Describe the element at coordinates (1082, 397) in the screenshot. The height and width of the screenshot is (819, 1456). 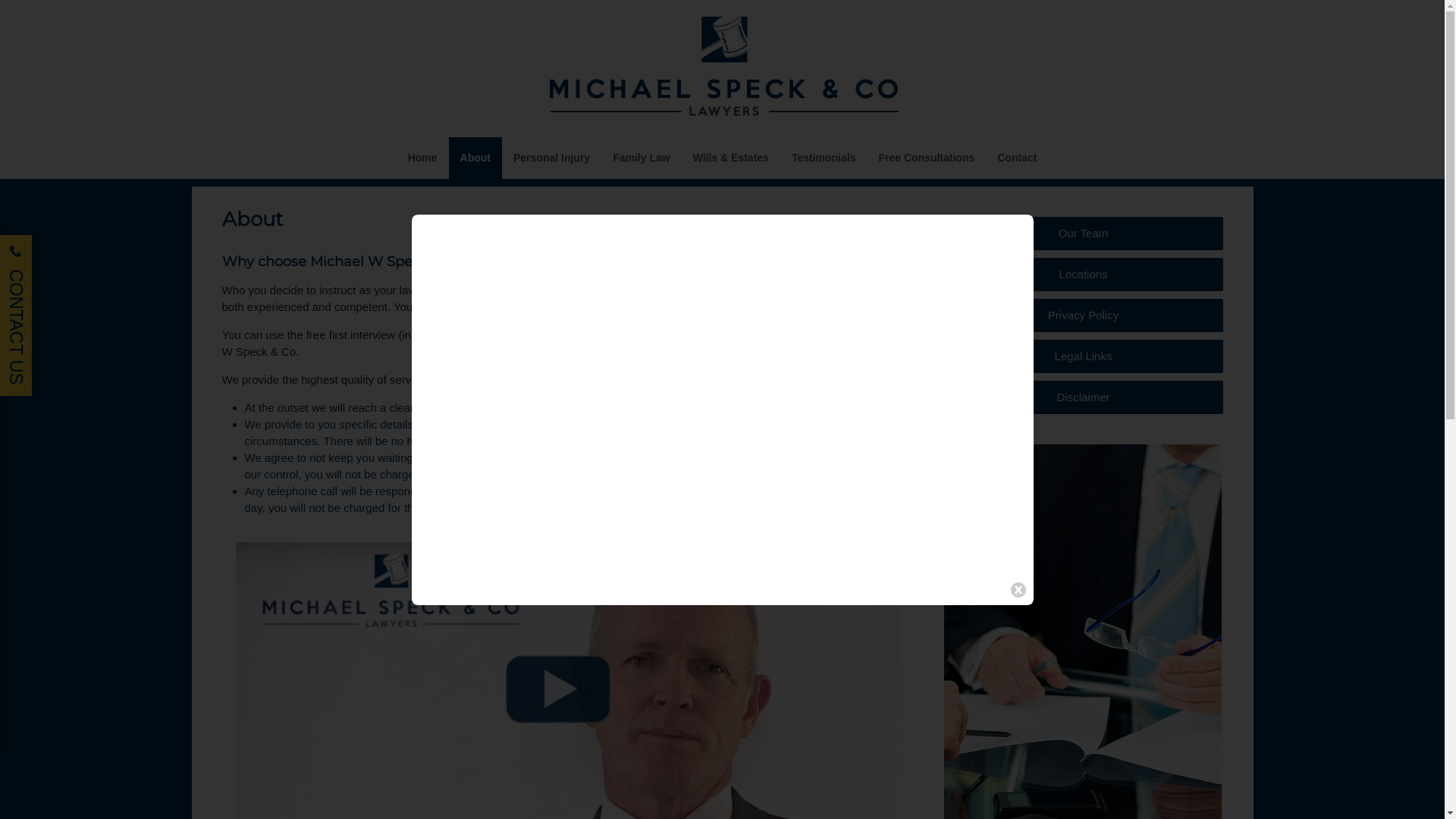
I see `'Disclaimer'` at that location.